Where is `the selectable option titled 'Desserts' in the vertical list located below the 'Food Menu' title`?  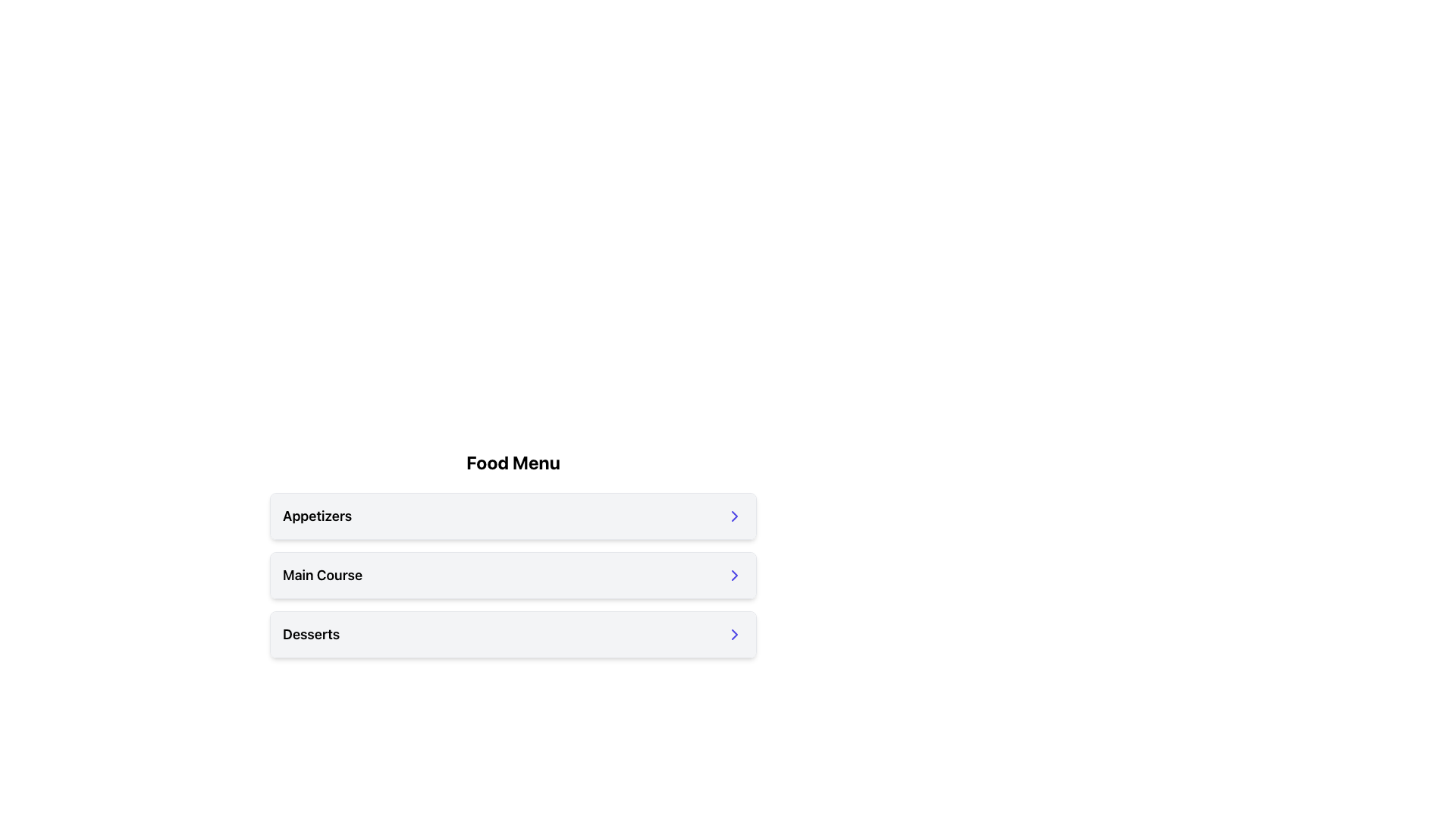 the selectable option titled 'Desserts' in the vertical list located below the 'Food Menu' title is located at coordinates (513, 635).